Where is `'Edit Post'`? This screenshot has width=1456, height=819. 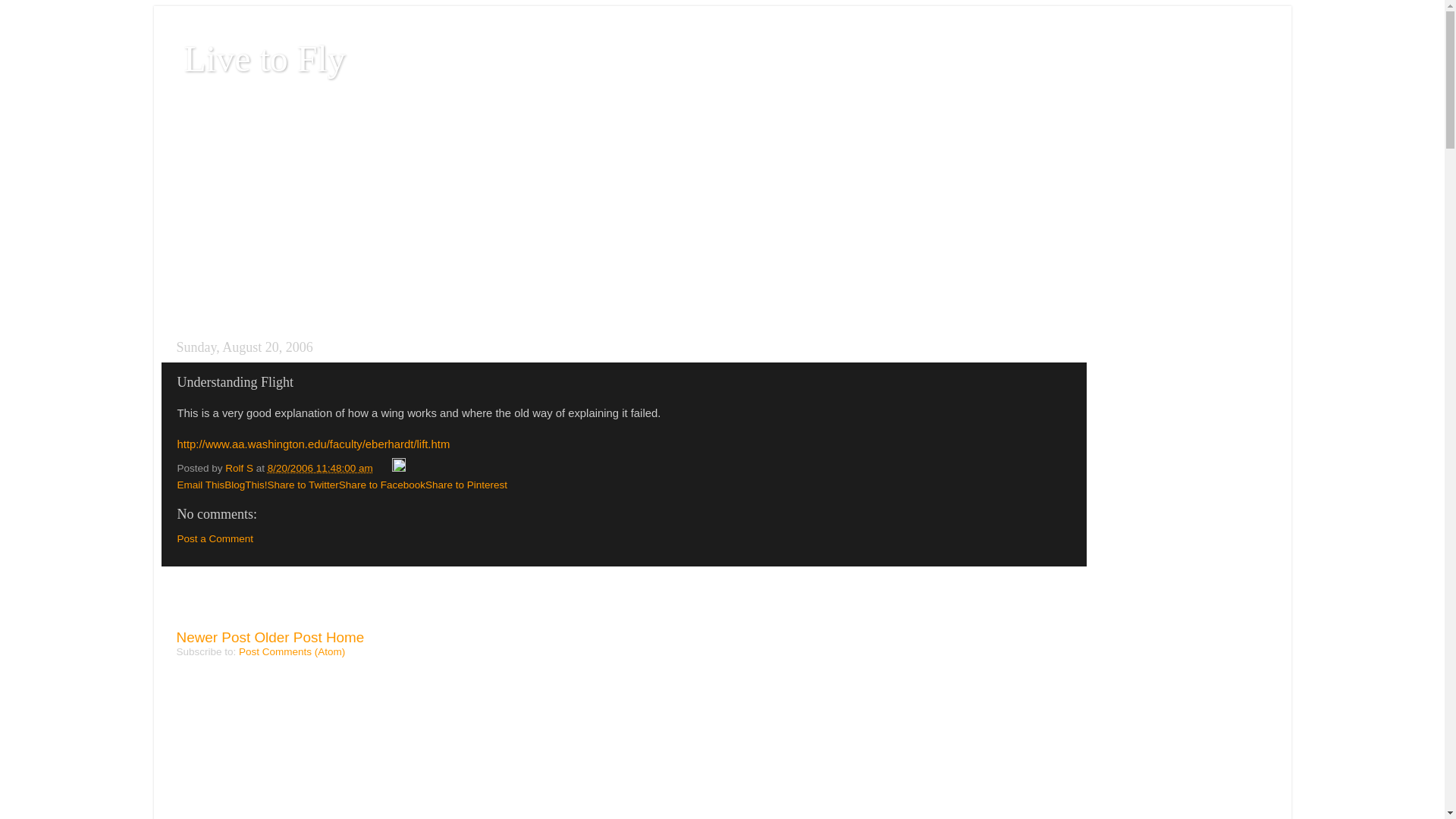
'Edit Post' is located at coordinates (399, 467).